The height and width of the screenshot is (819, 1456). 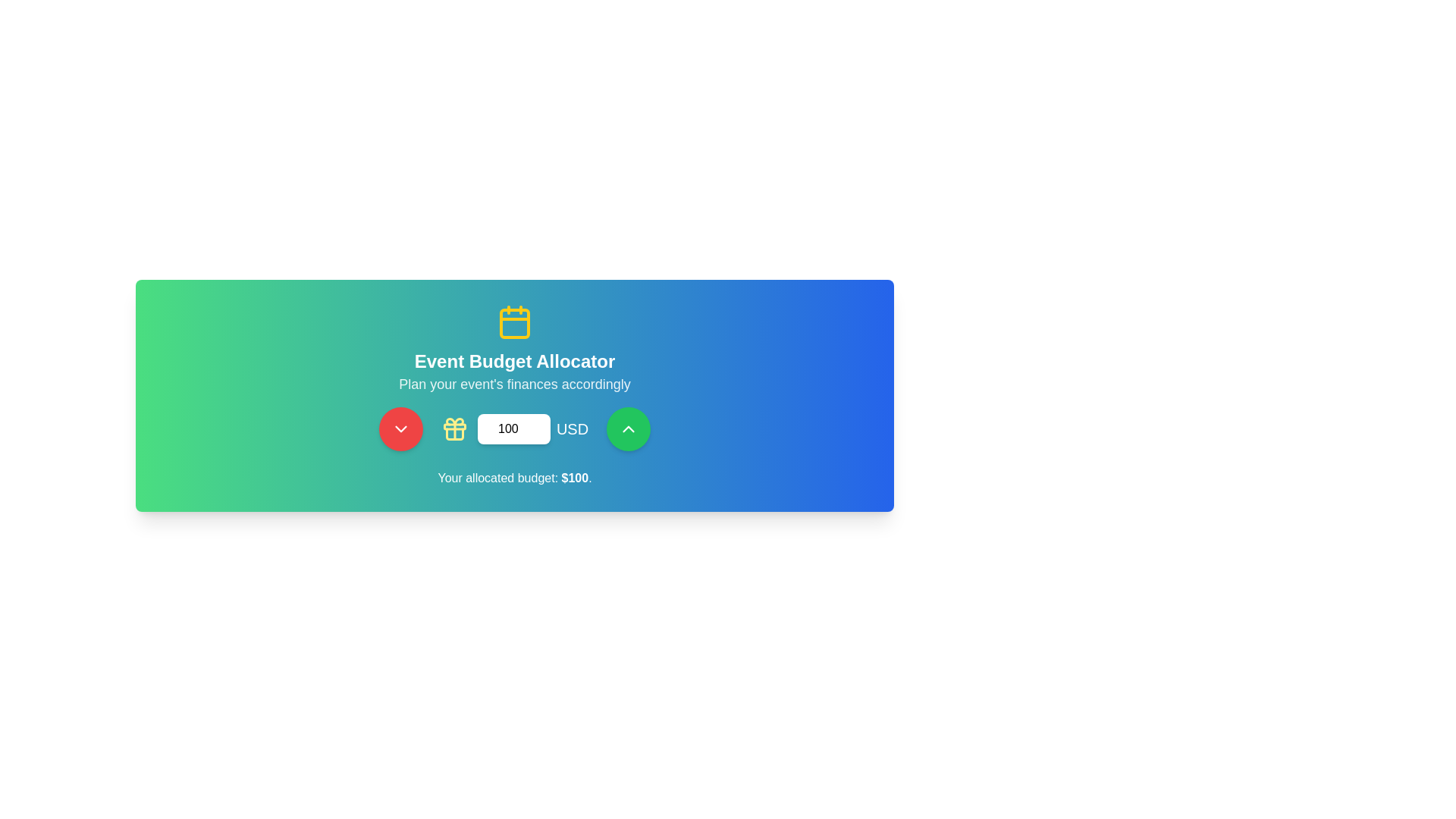 What do you see at coordinates (400, 429) in the screenshot?
I see `the downward-facing chevron icon within the red circular button located below the title 'Event Budget Allocator'` at bounding box center [400, 429].